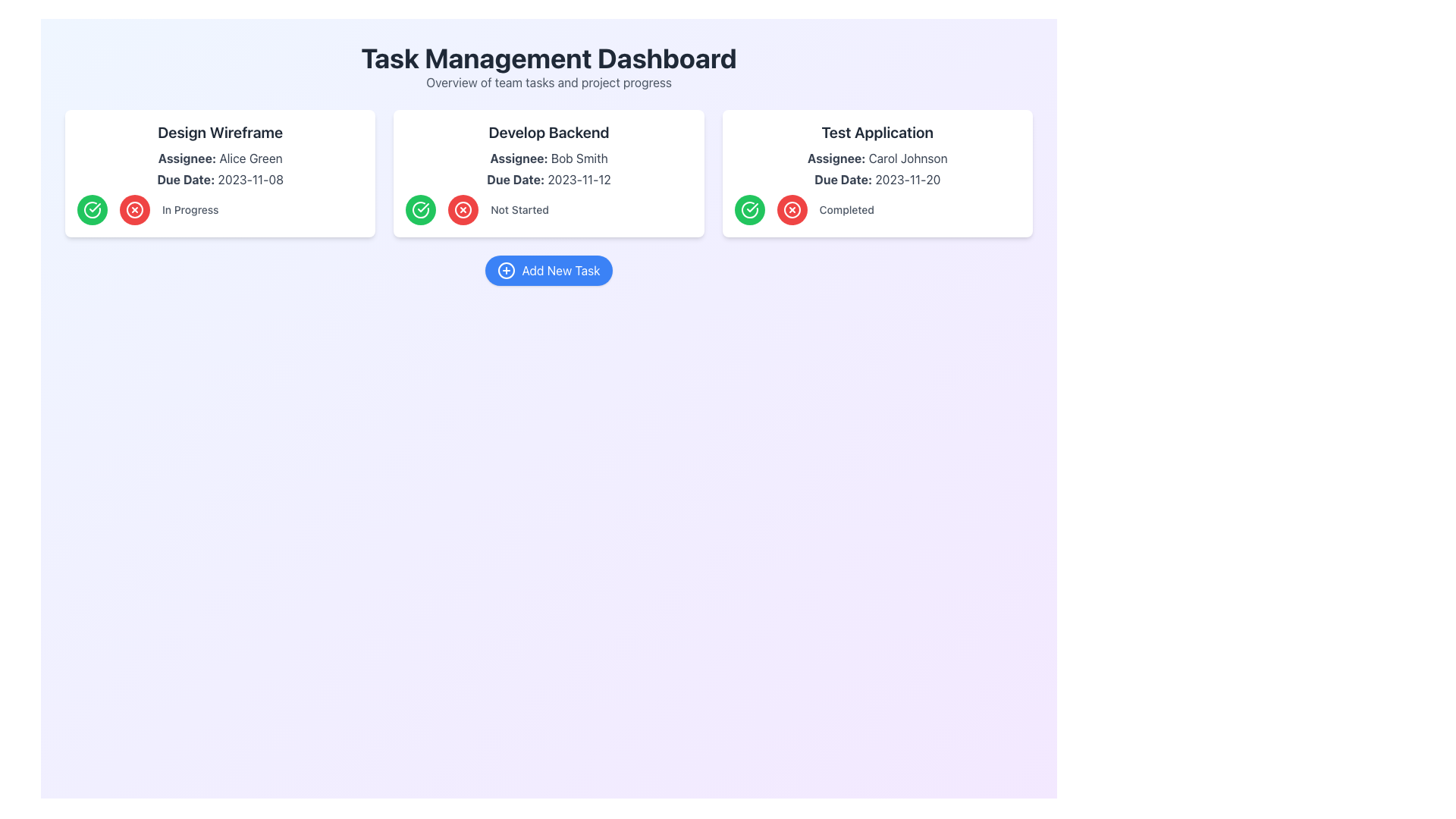 Image resolution: width=1456 pixels, height=819 pixels. What do you see at coordinates (846, 210) in the screenshot?
I see `the Text Label displaying the current status of the associated task as 'Completed', located at the bottom-right corner of the 'Test Application' card` at bounding box center [846, 210].